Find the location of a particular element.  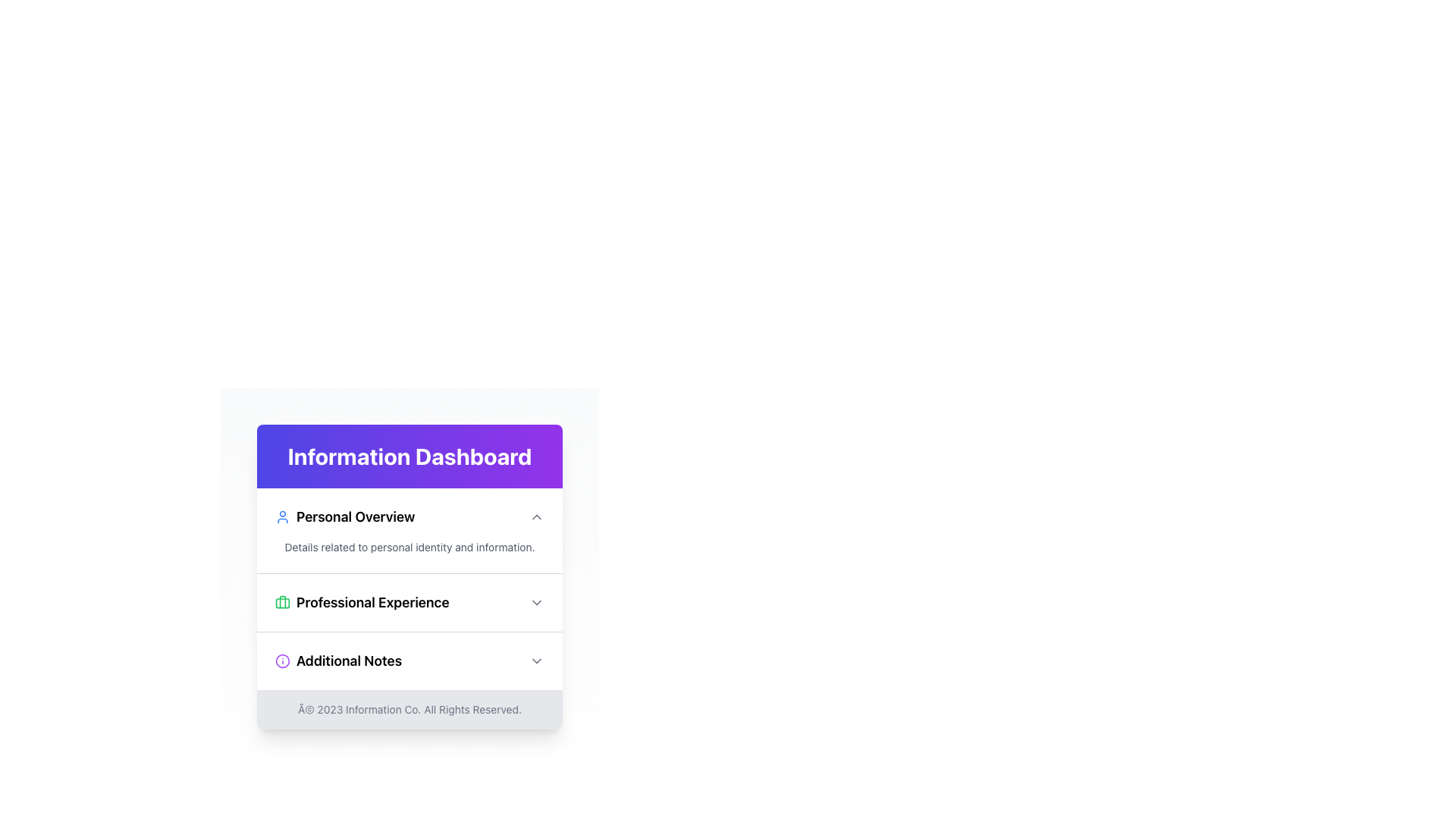

the 'Professional Experience' text label with a green briefcase icon, which is the second item in the vertical menu layout is located at coordinates (361, 601).